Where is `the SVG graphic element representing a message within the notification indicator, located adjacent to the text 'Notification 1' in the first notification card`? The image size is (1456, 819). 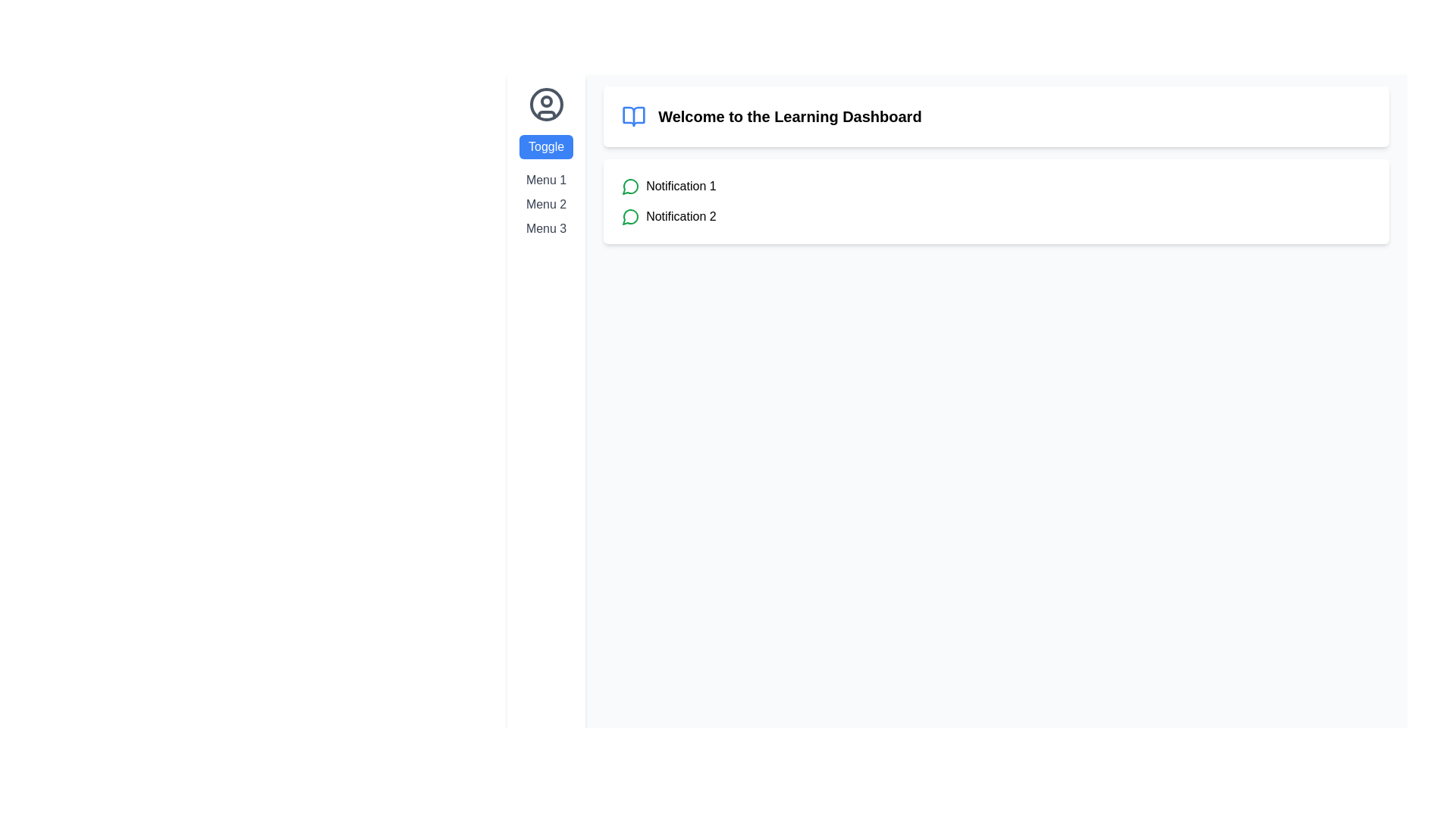 the SVG graphic element representing a message within the notification indicator, located adjacent to the text 'Notification 1' in the first notification card is located at coordinates (630, 217).